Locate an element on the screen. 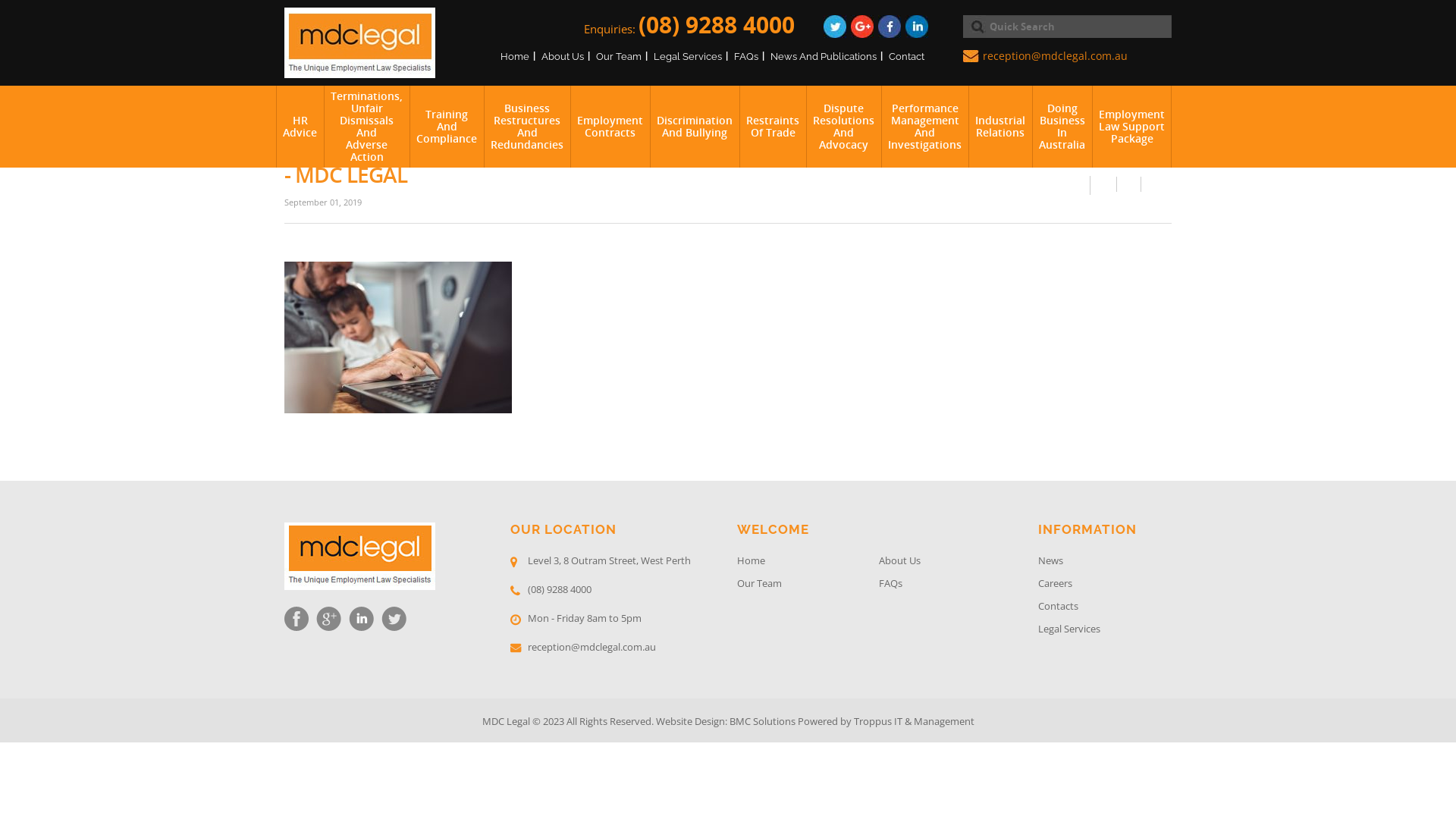  'FAQs' is located at coordinates (734, 55).